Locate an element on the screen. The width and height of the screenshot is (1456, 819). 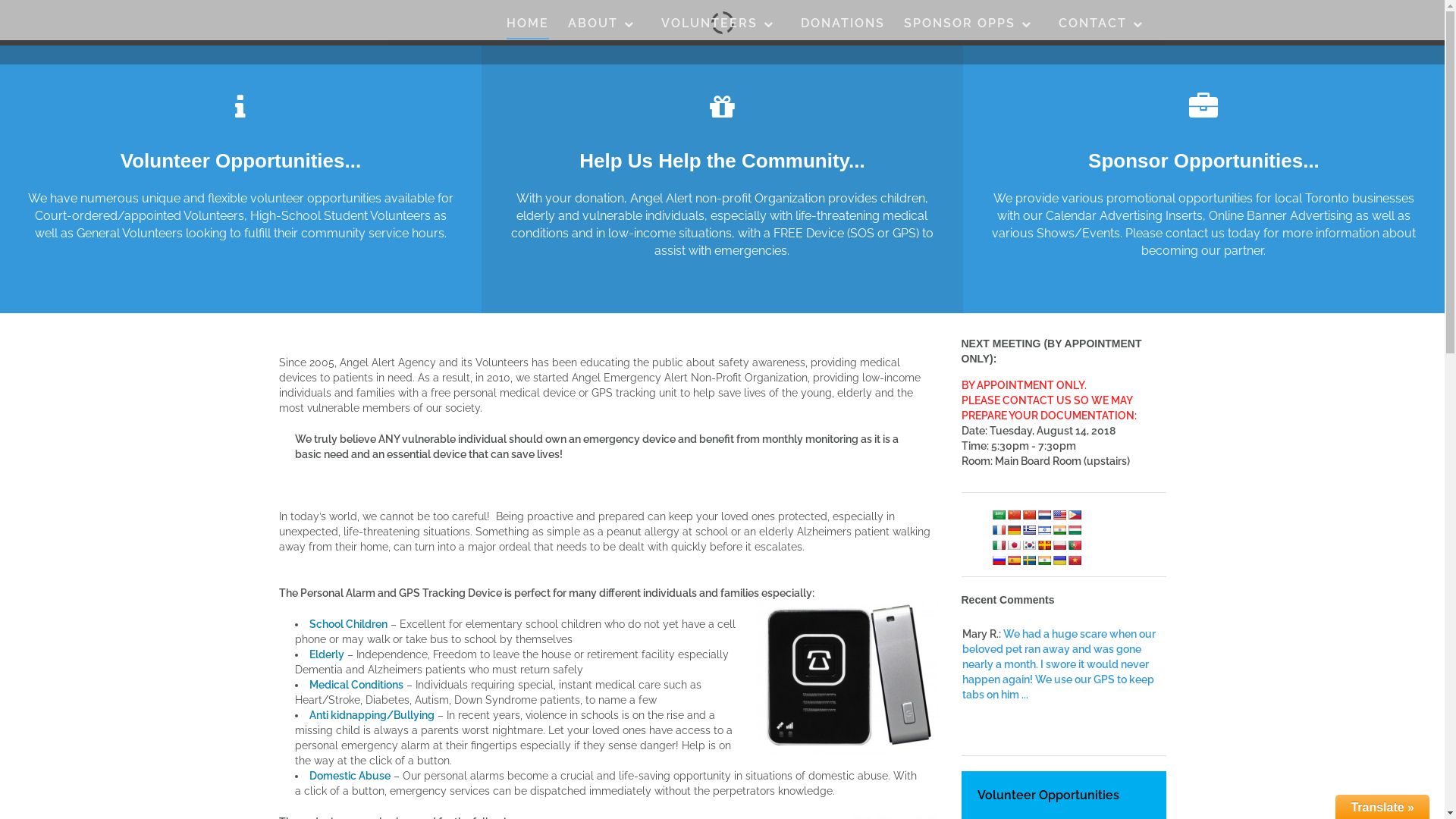
'Chinese(Traditional)' is located at coordinates (1029, 513).